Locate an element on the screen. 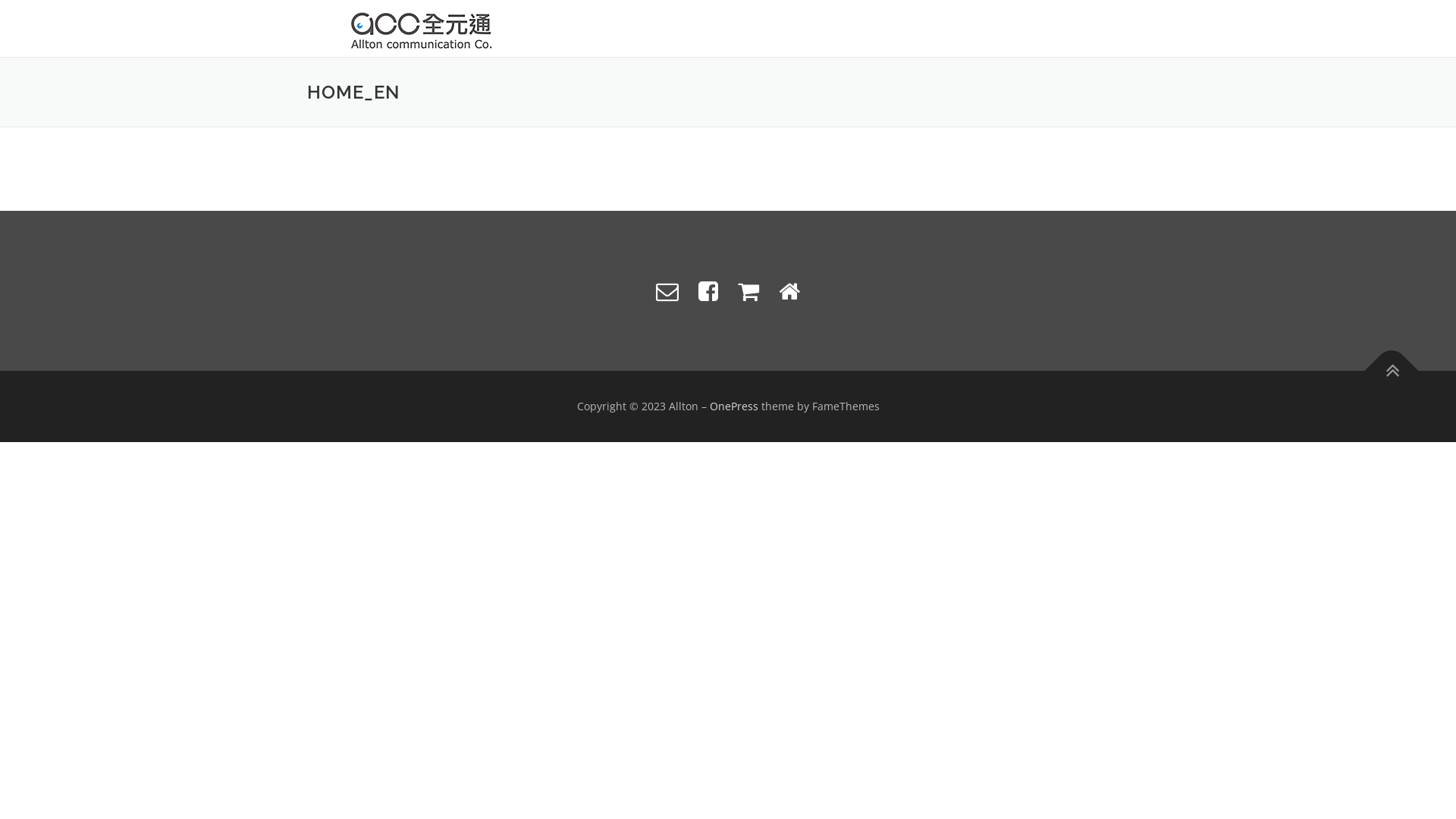  'Back To Top' is located at coordinates (1383, 362).